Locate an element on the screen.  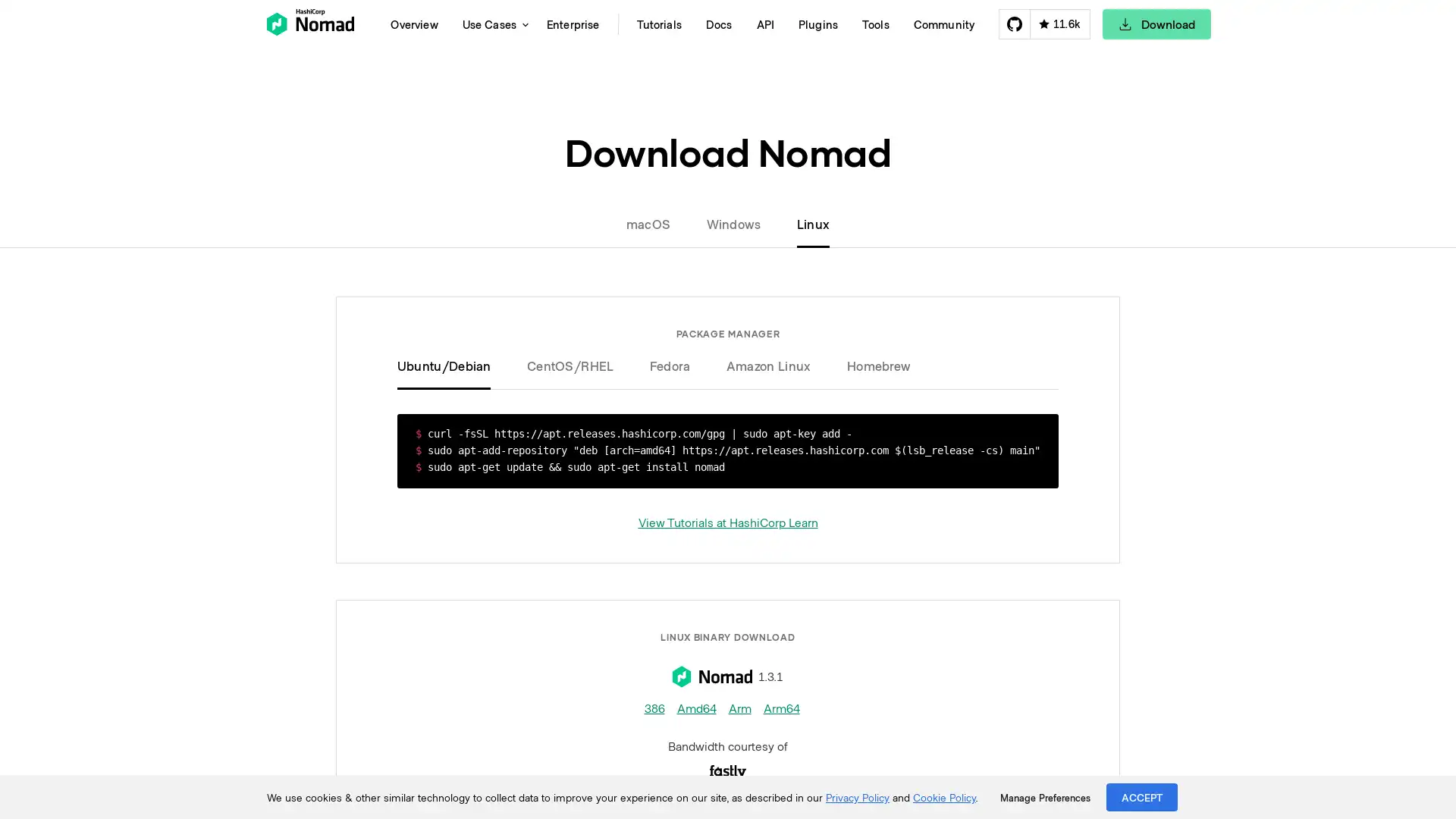
ACCEPT is located at coordinates (1142, 796).